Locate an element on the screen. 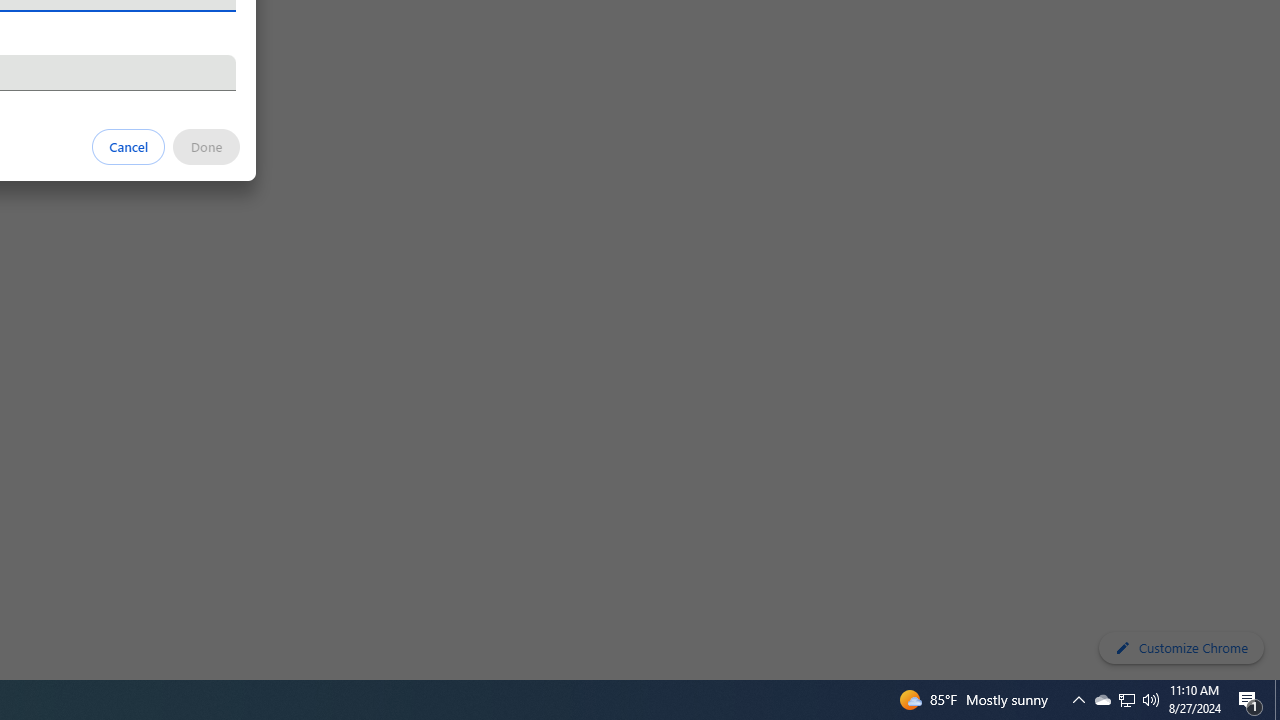 Image resolution: width=1280 pixels, height=720 pixels. 'Cancel' is located at coordinates (128, 145).